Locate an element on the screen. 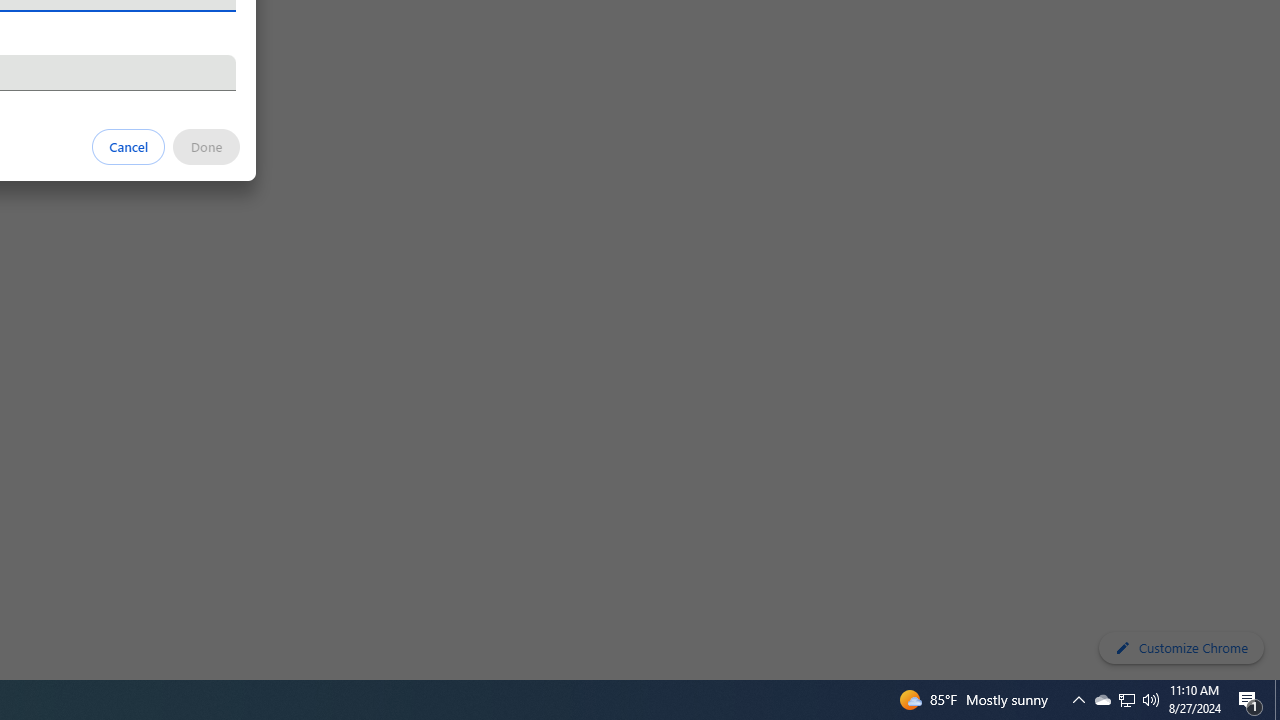 Image resolution: width=1280 pixels, height=720 pixels. 'Cancel' is located at coordinates (128, 145).